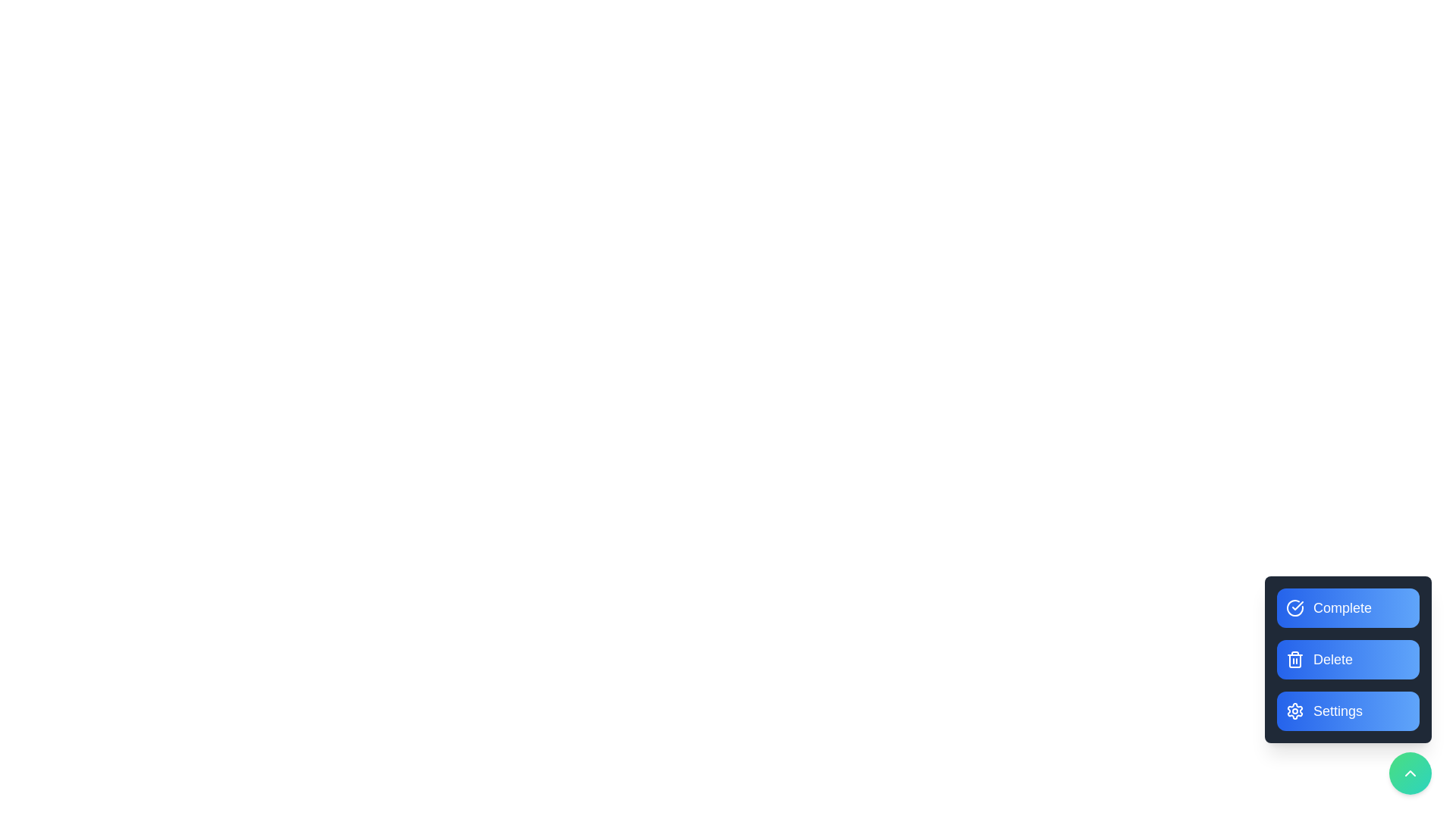 The height and width of the screenshot is (819, 1456). I want to click on 'Settings' button to open the task settings, so click(1348, 711).